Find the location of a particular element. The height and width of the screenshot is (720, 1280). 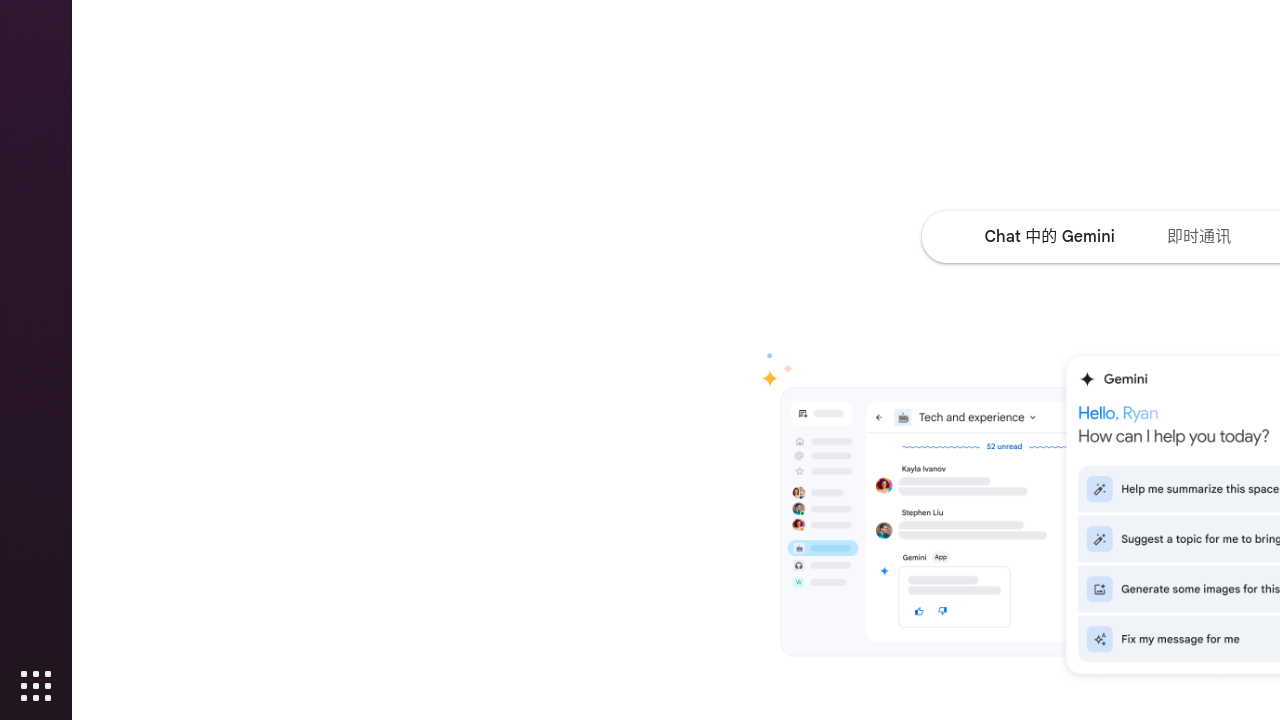

'Show Applications' is located at coordinates (35, 685).